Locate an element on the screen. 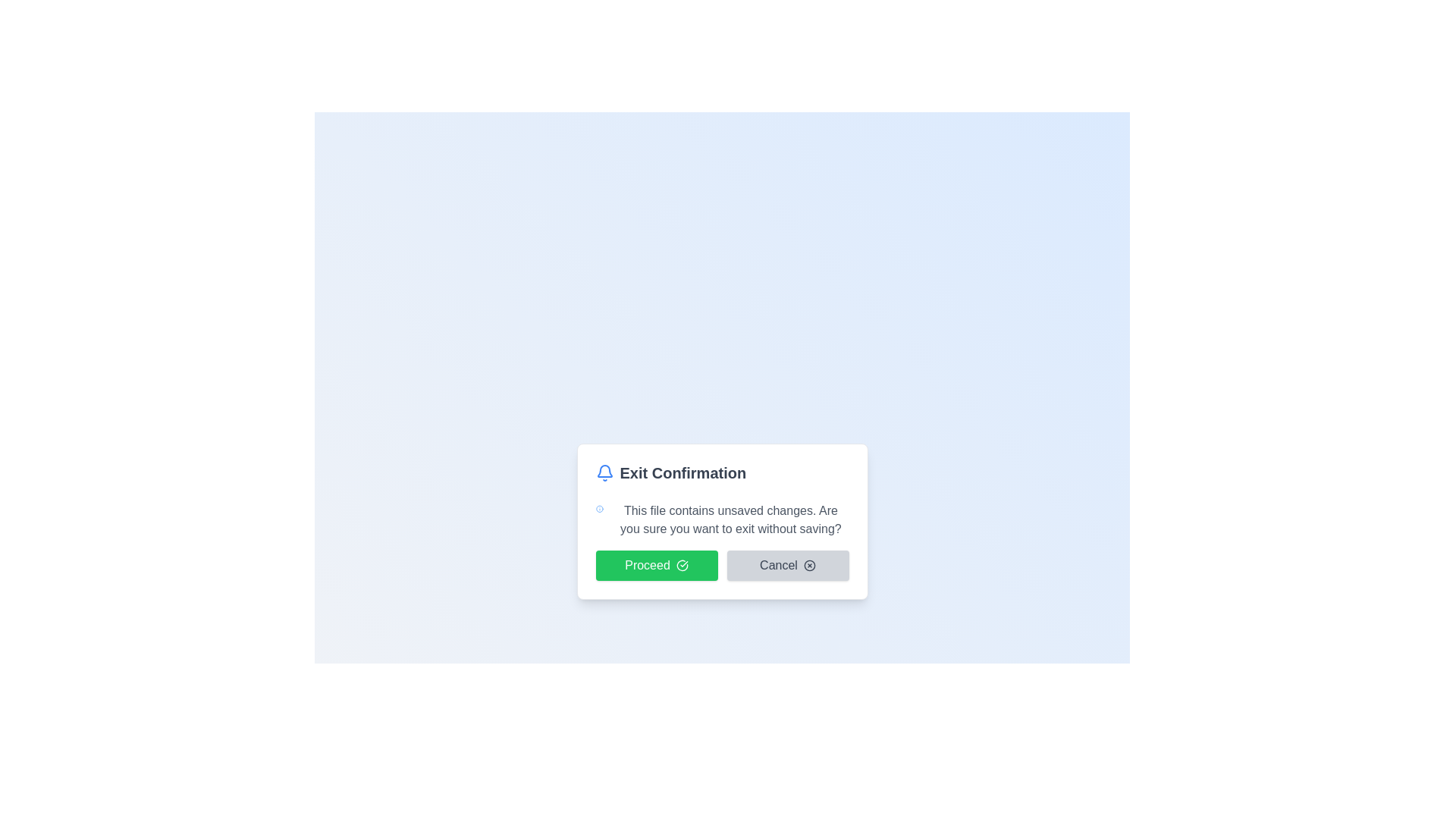  the blue bell-shaped icon located to the left of the 'Exit Confirmation' text in the dialog box is located at coordinates (604, 472).